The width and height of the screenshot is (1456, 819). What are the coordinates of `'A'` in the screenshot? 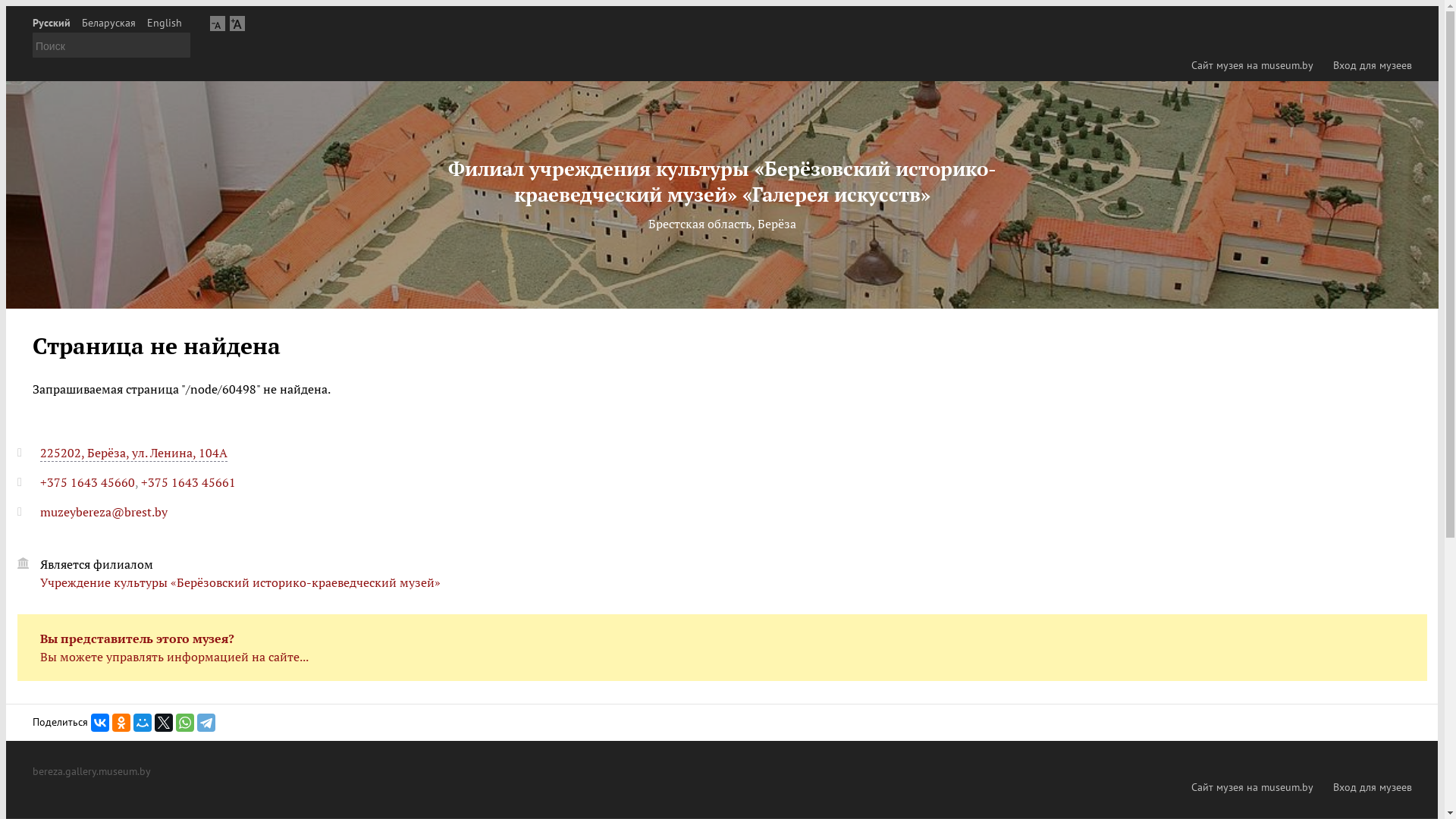 It's located at (217, 23).